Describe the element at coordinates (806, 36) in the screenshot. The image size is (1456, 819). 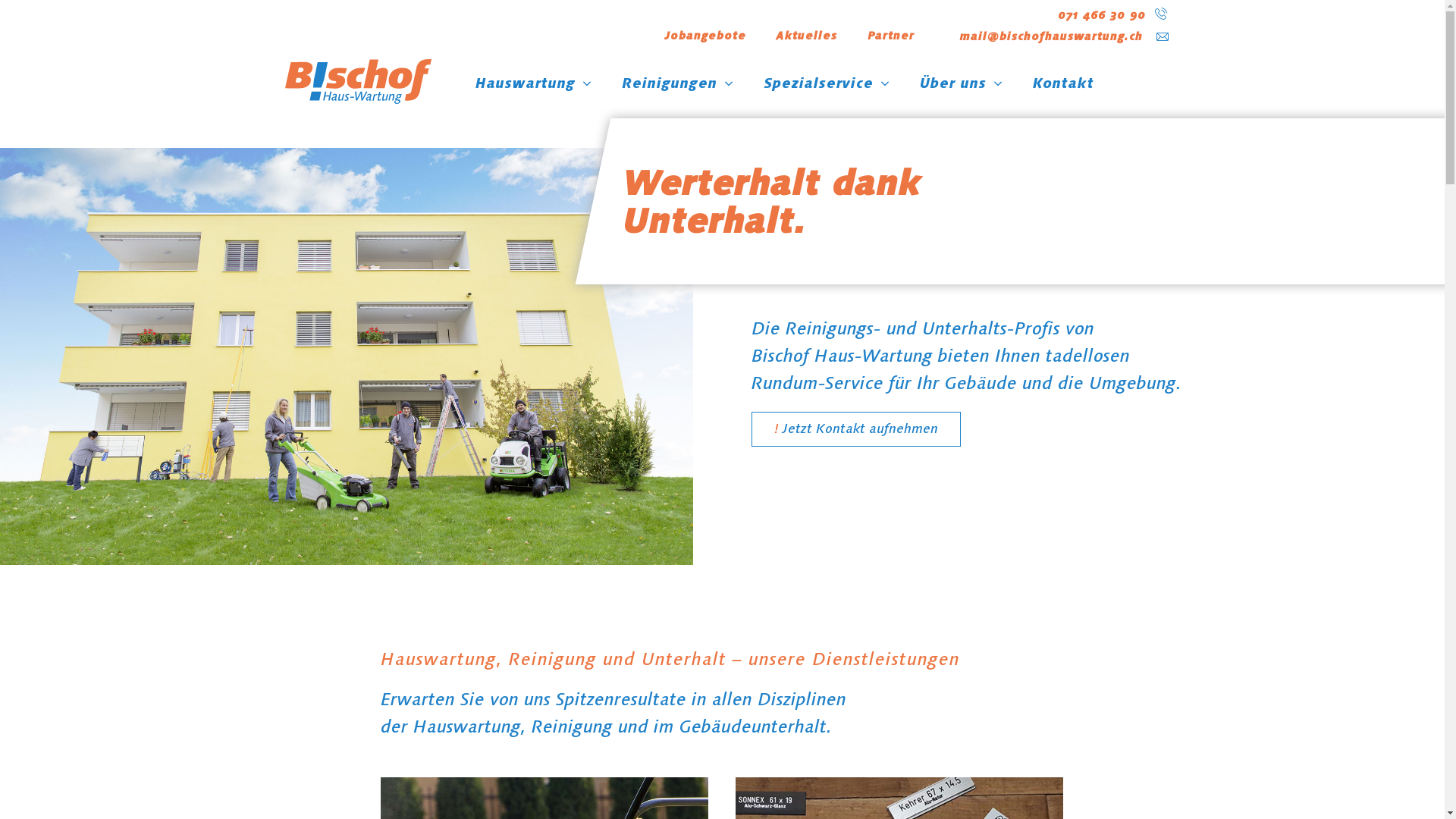
I see `'Aktuelles'` at that location.